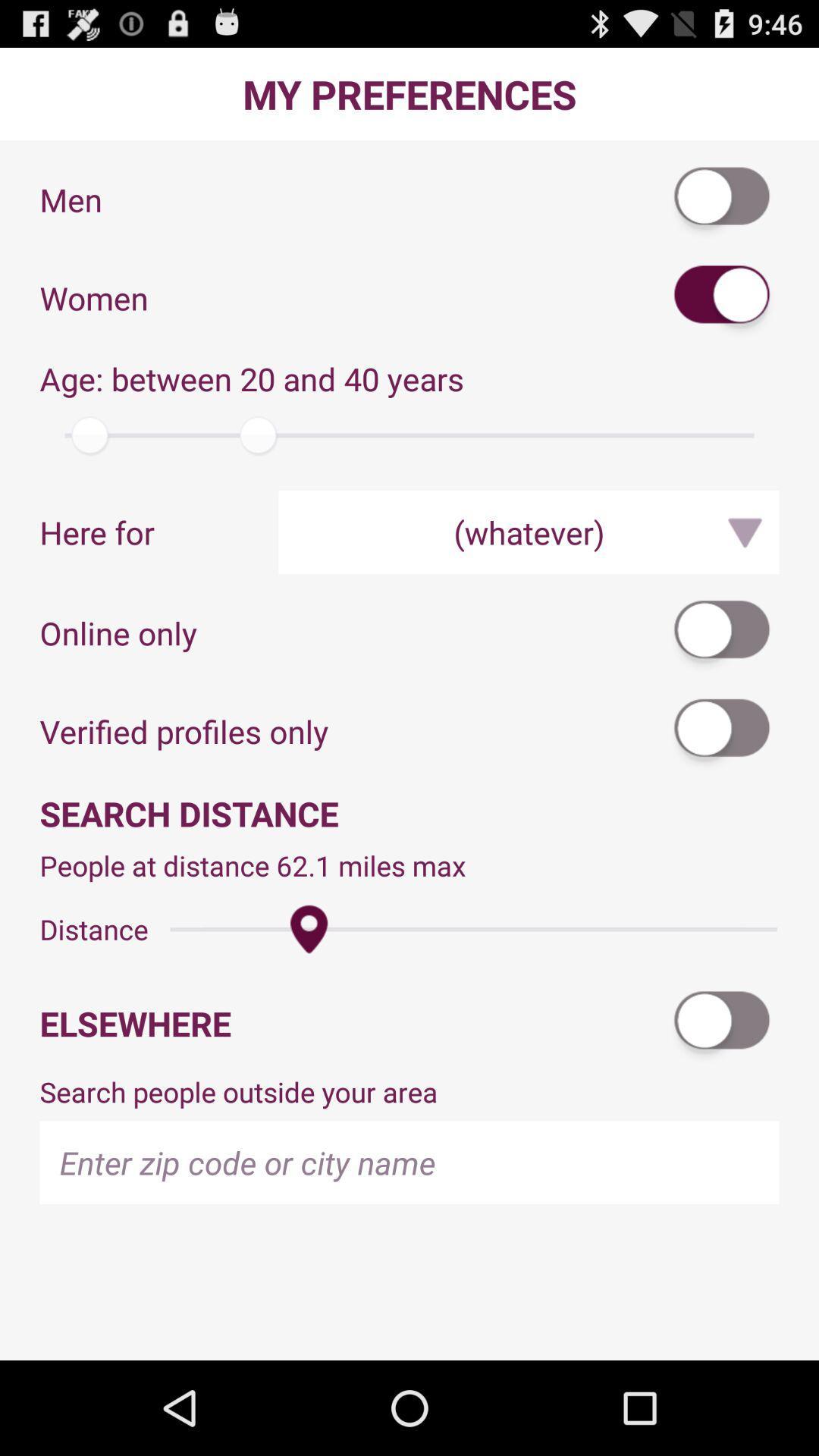  Describe the element at coordinates (409, 1161) in the screenshot. I see `zip code or city name information` at that location.